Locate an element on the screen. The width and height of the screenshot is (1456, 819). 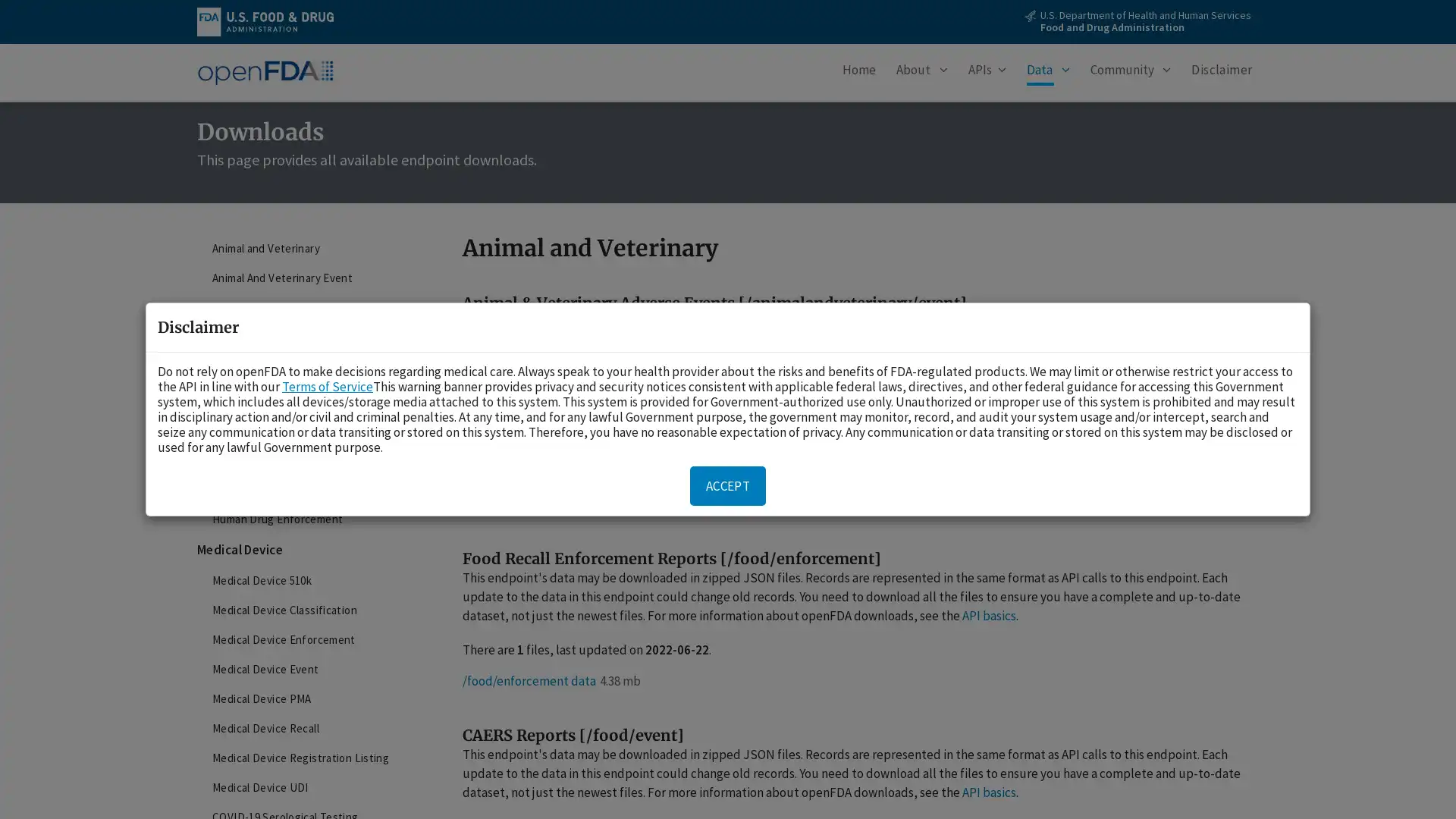
Medical Device Recall is located at coordinates (309, 727).